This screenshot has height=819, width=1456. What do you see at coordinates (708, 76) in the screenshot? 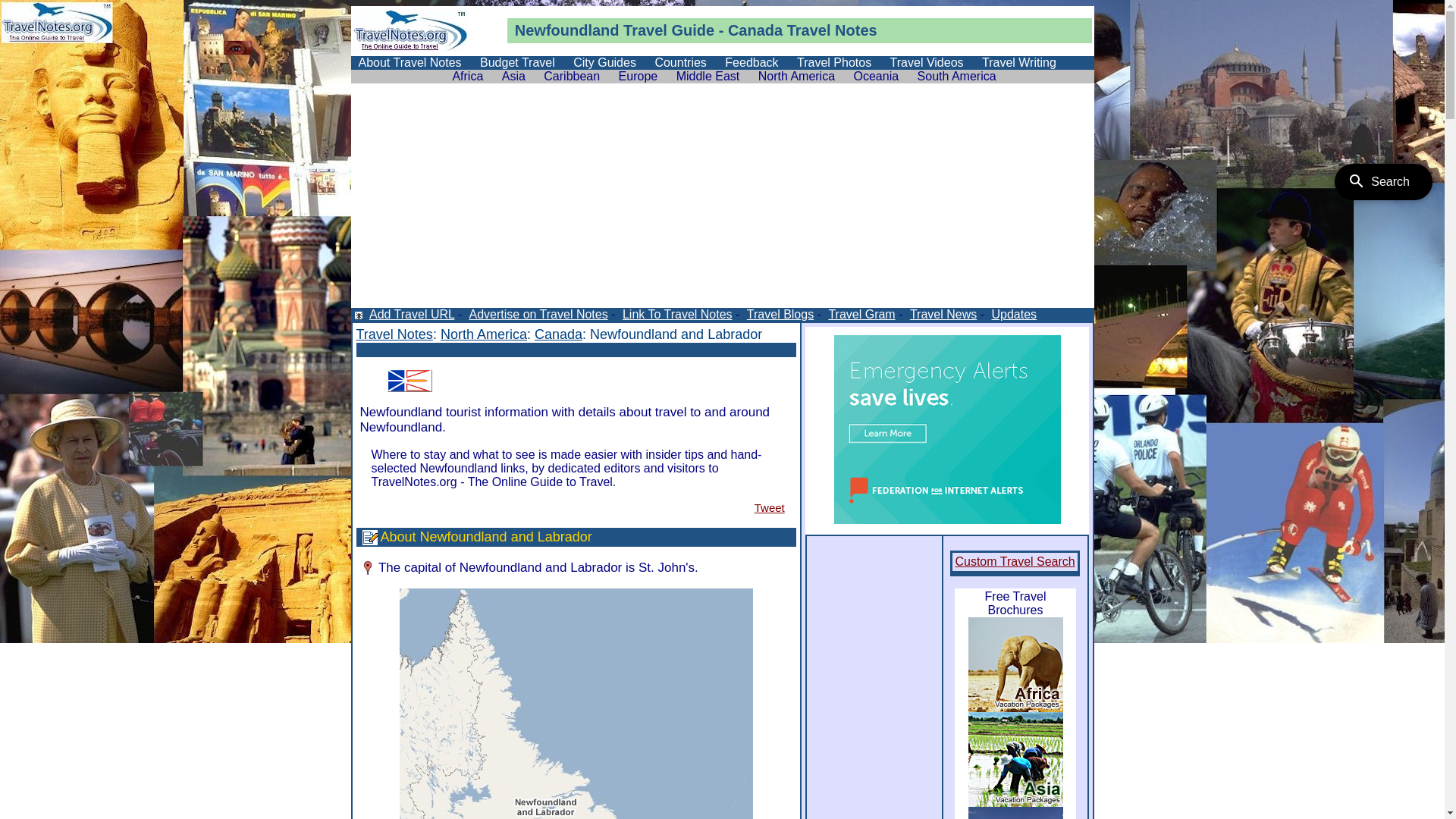
I see `'Middle East'` at bounding box center [708, 76].